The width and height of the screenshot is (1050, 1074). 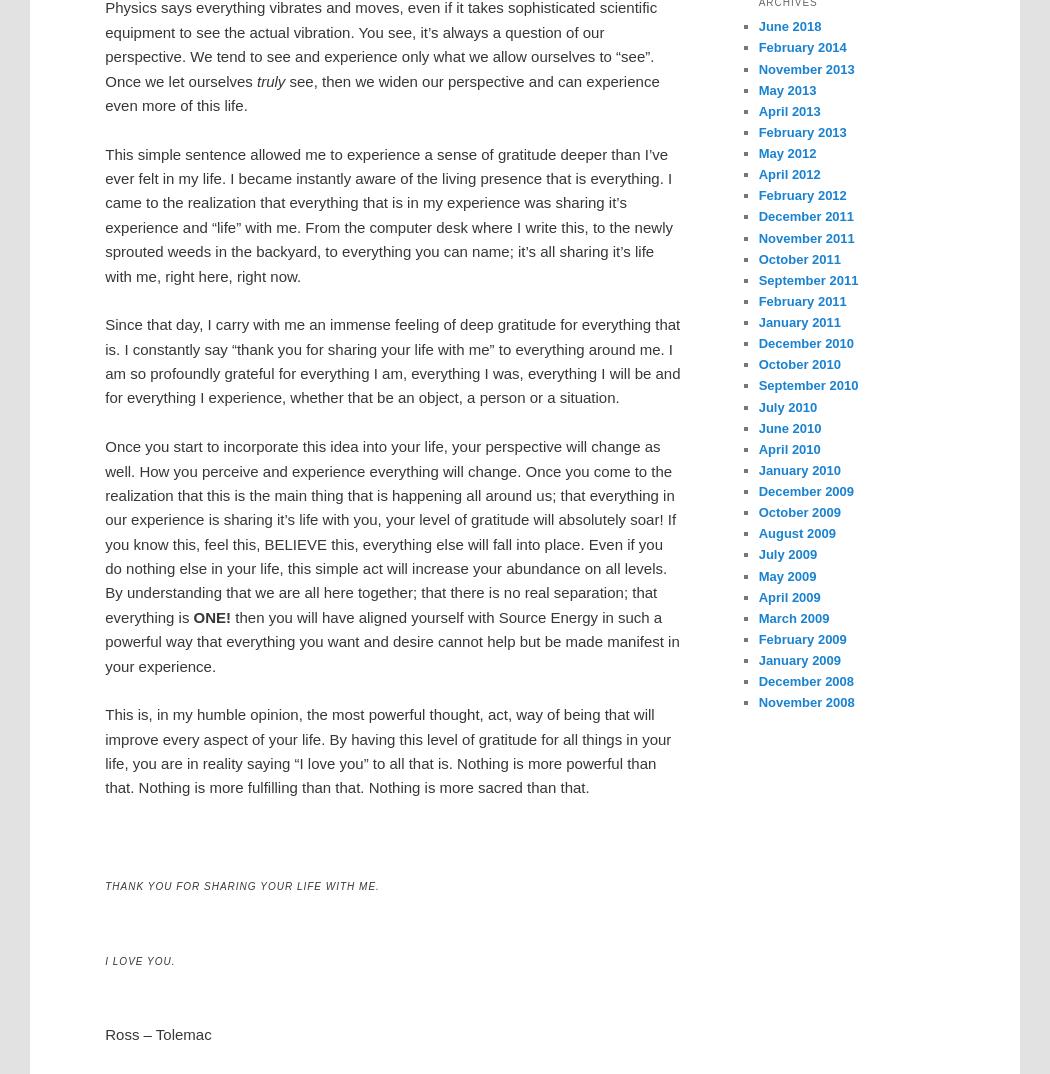 What do you see at coordinates (105, 359) in the screenshot?
I see `'Since that day, I carry with me an immense feeling of deep gratitude for everything that is. I constantly say “thank you for sharing your life with me” to everything around me. I am so profoundly grateful for everything I am, everything I was, everything I will be and for everything I experience, whether that be an object, a person or a situation.'` at bounding box center [105, 359].